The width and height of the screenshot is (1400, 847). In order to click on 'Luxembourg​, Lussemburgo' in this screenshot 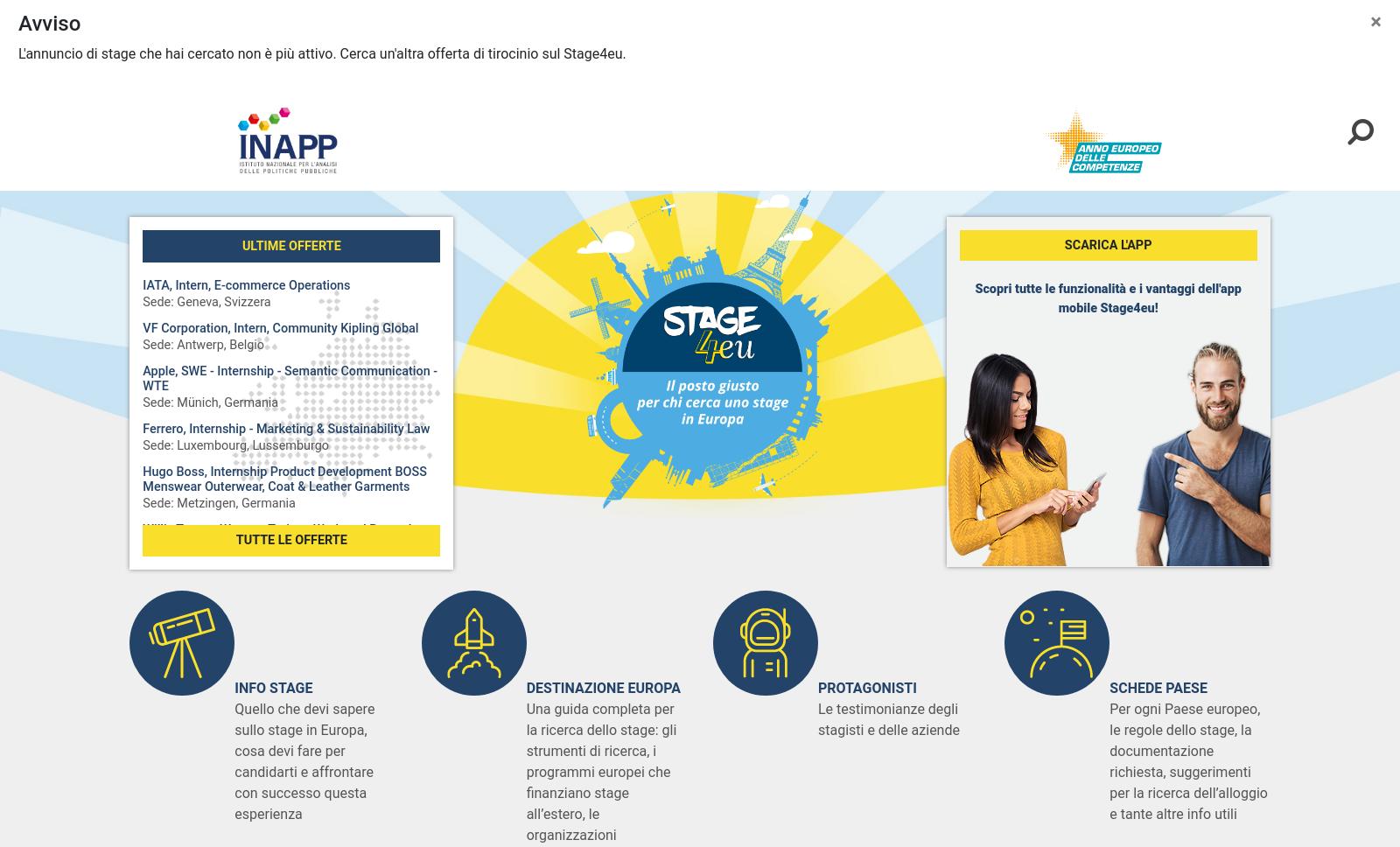, I will do `click(252, 389)`.